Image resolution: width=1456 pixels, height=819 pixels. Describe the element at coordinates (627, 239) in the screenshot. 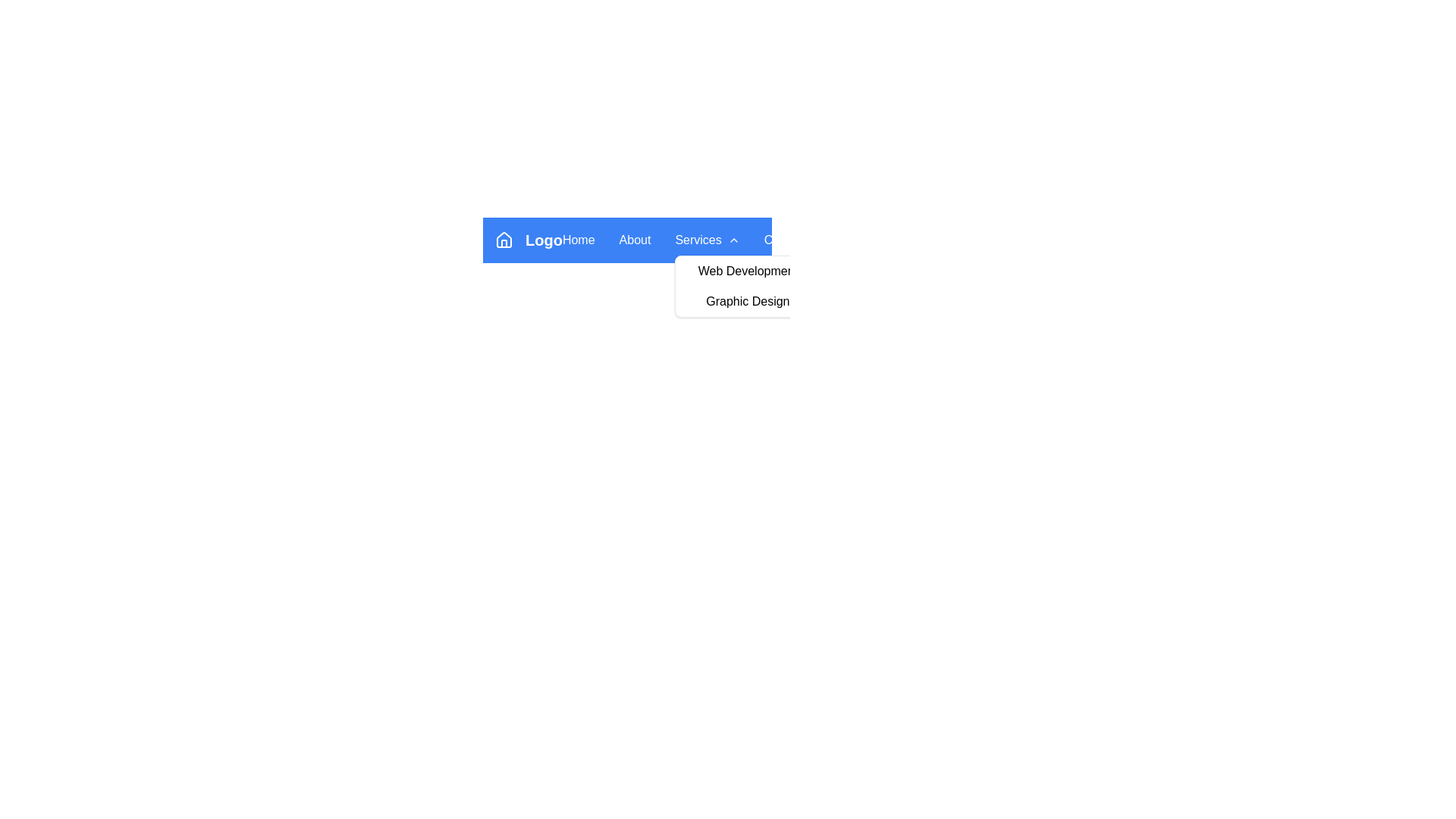

I see `the navigational link element in the navigation bar` at that location.